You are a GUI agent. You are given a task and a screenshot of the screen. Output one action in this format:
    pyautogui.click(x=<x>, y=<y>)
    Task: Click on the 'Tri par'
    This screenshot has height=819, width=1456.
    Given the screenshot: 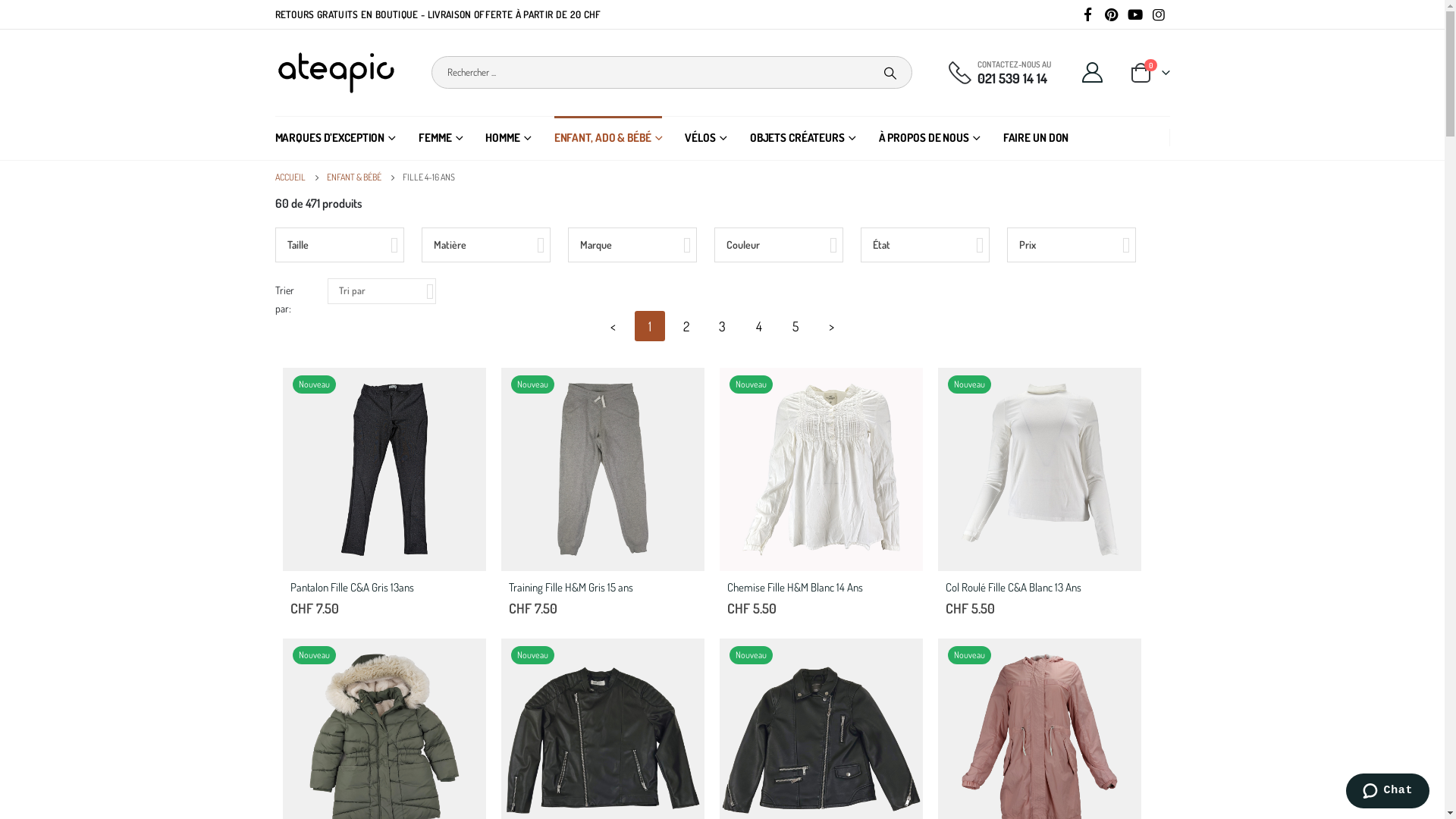 What is the action you would take?
    pyautogui.click(x=381, y=291)
    